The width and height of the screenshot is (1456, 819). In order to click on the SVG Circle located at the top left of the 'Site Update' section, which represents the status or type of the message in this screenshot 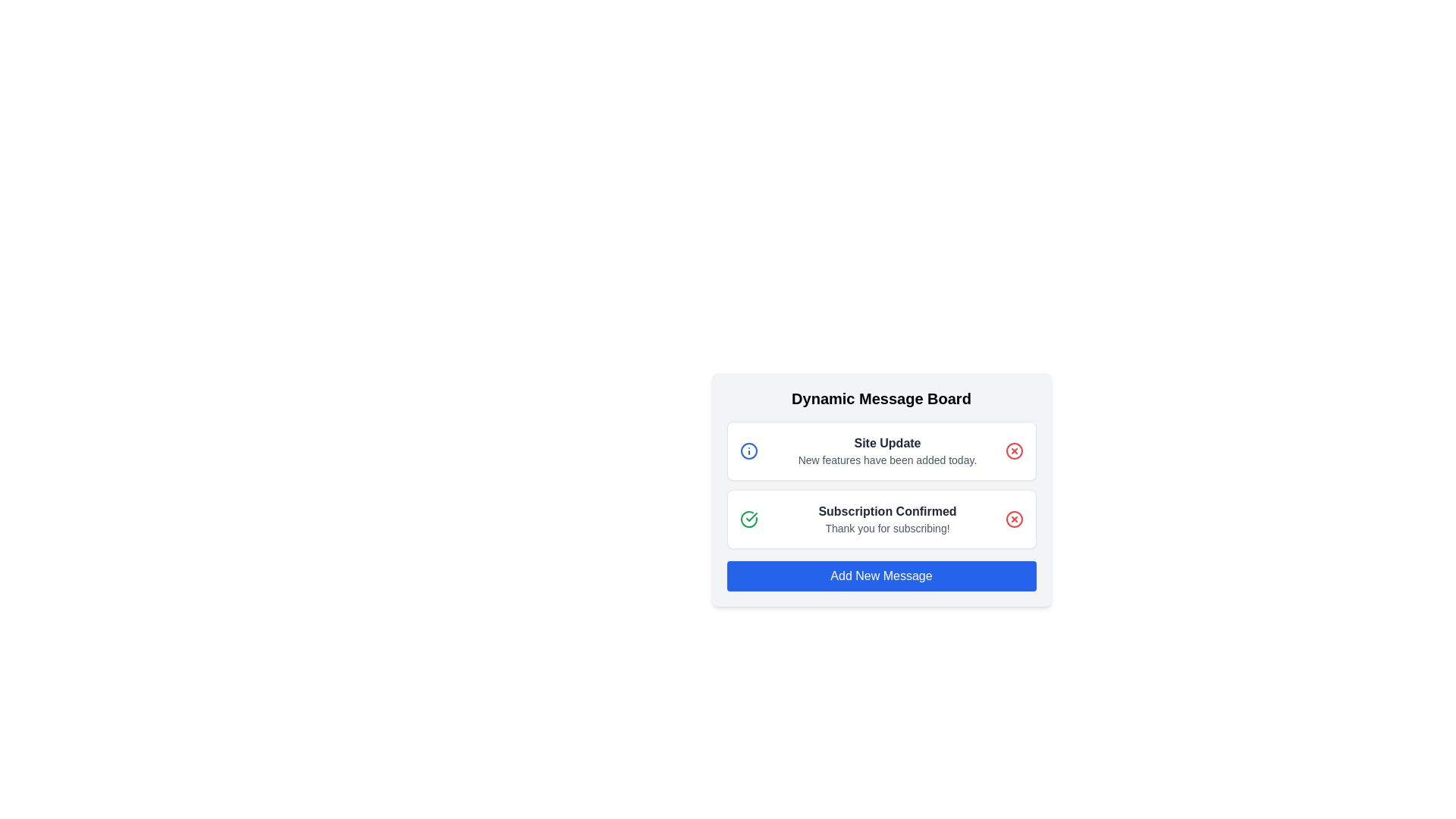, I will do `click(748, 450)`.